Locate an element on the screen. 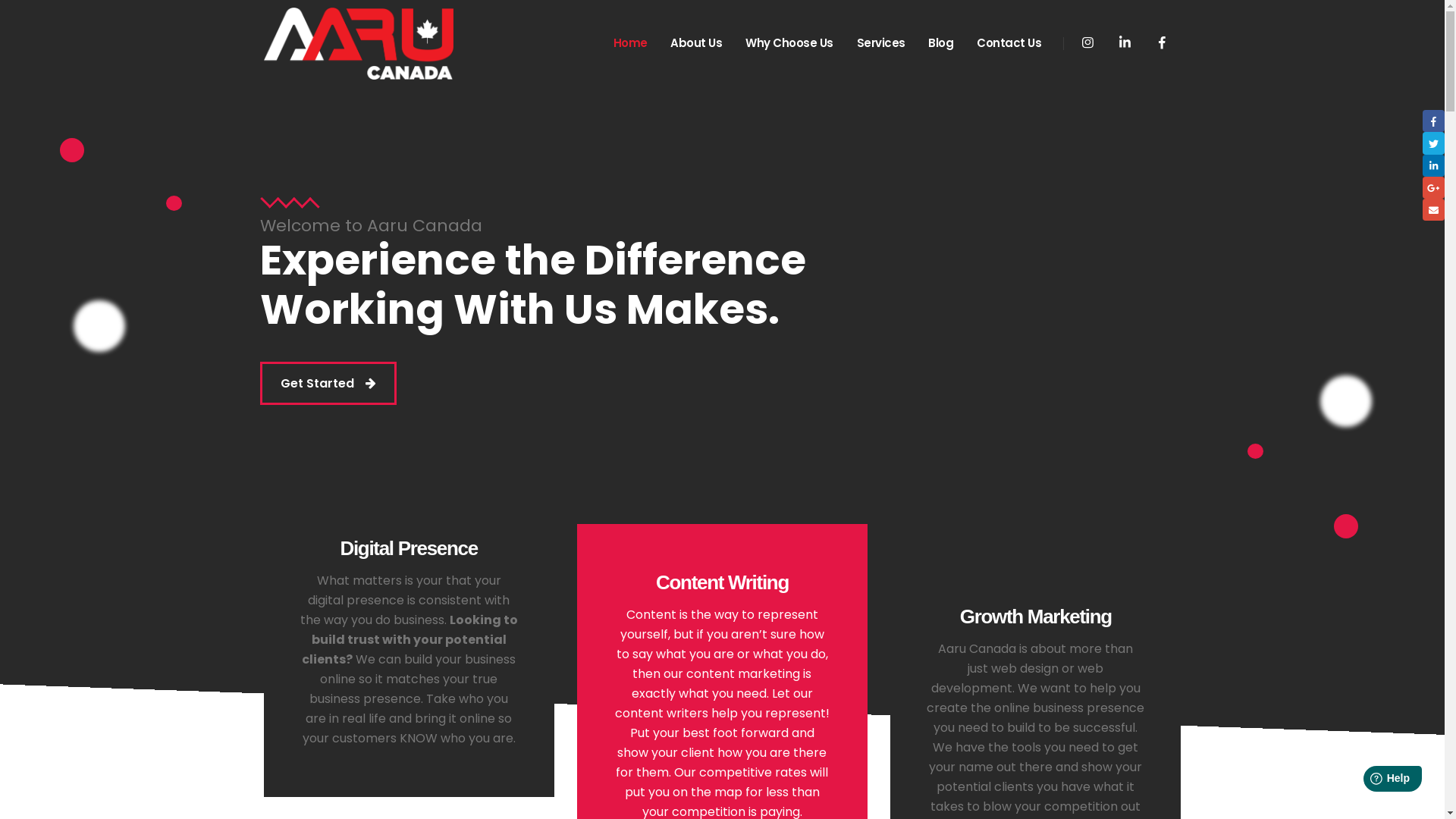 The height and width of the screenshot is (819, 1456). 'Email' is located at coordinates (1422, 209).